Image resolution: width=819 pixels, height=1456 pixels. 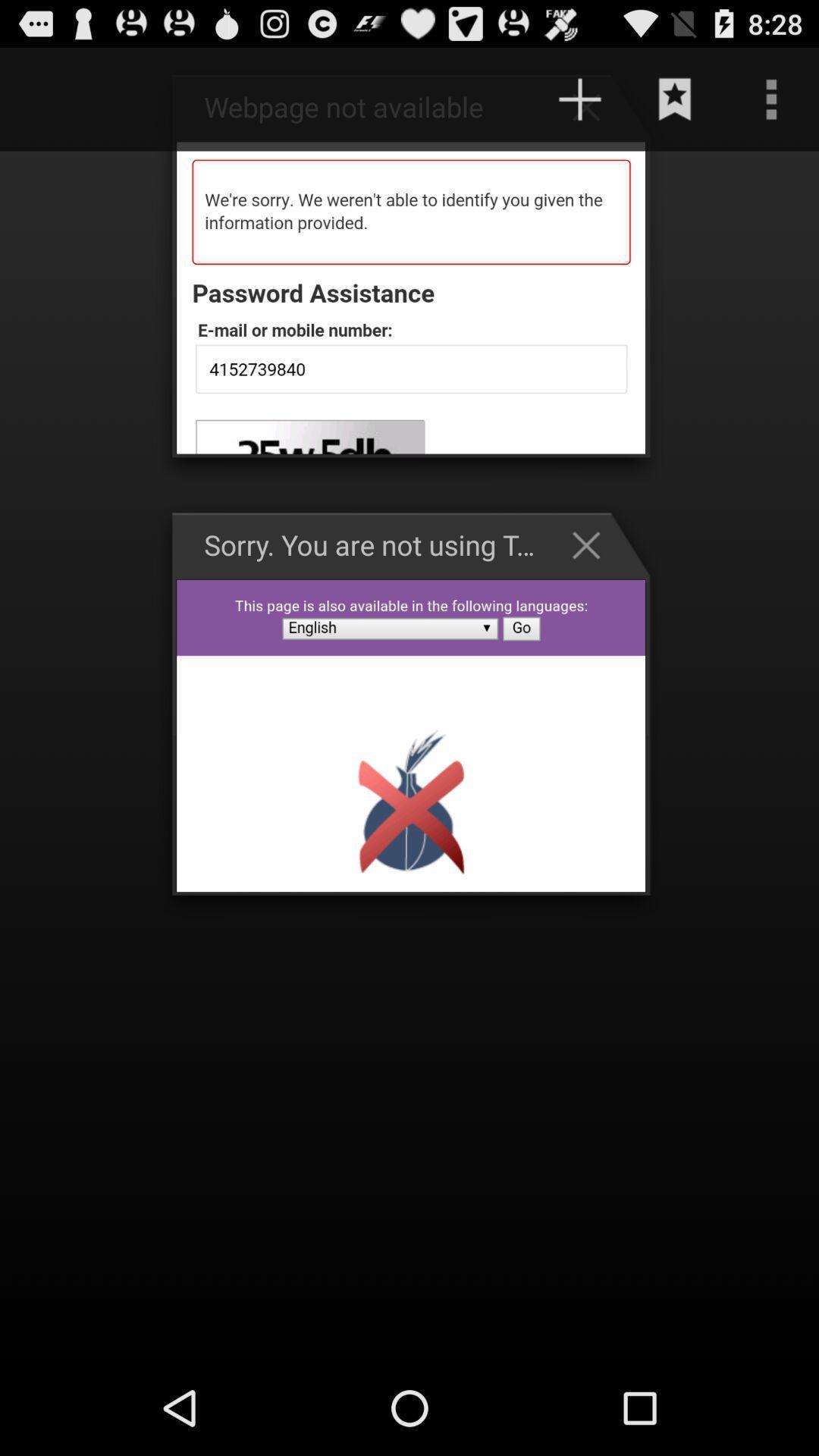 What do you see at coordinates (593, 113) in the screenshot?
I see `the add icon` at bounding box center [593, 113].